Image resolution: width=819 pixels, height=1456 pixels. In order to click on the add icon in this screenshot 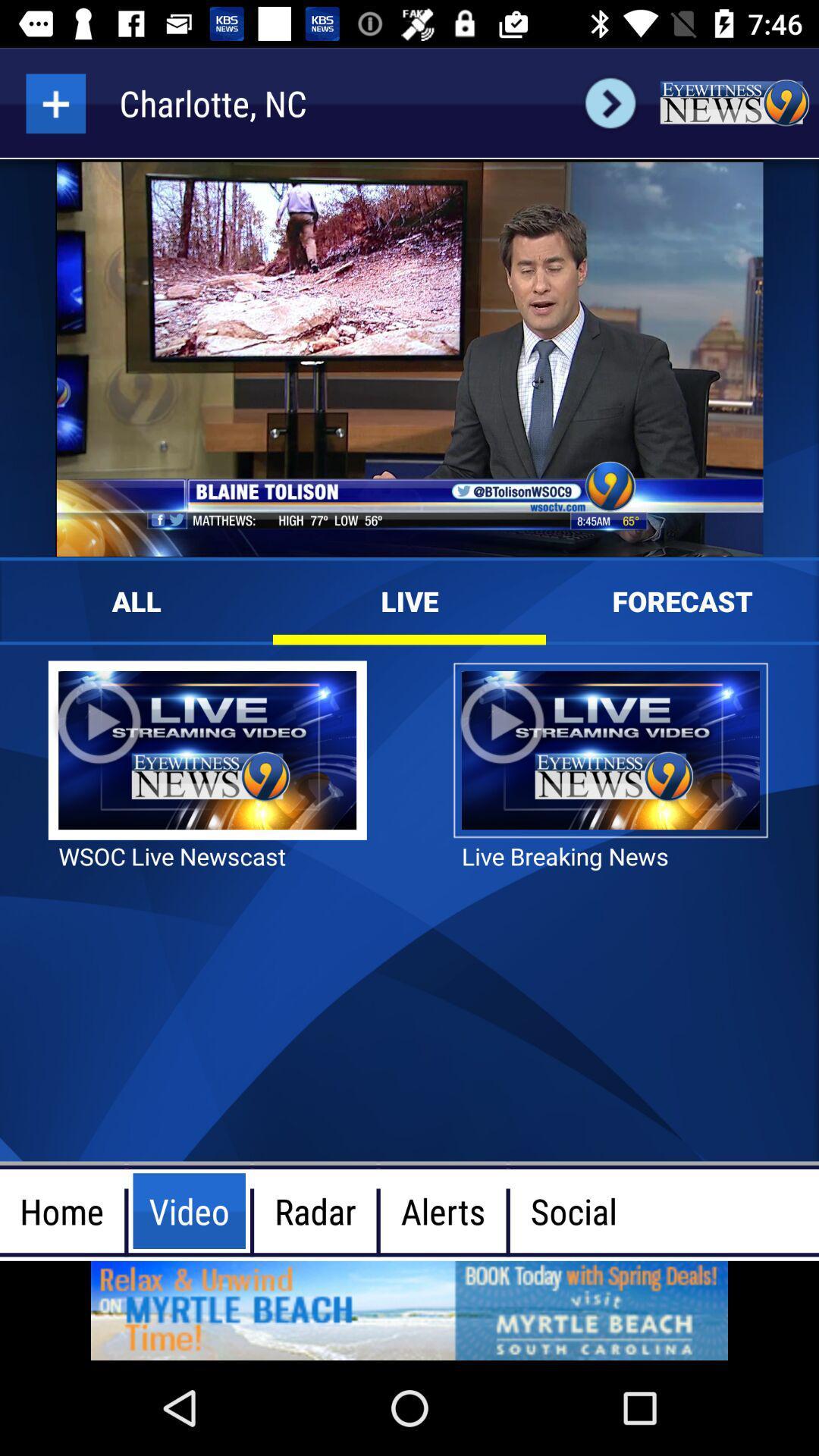, I will do `click(55, 102)`.